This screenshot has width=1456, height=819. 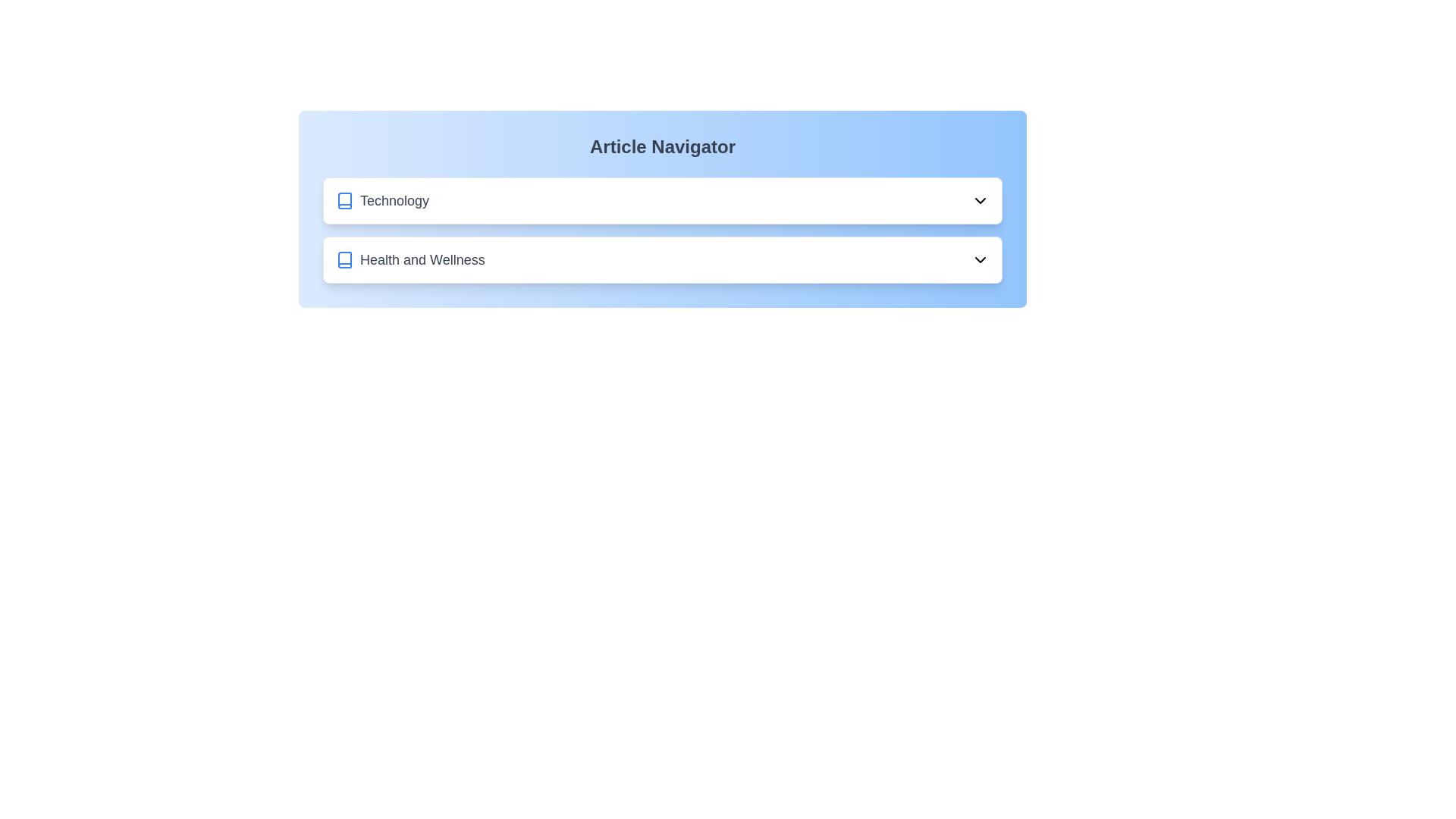 What do you see at coordinates (980, 200) in the screenshot?
I see `the chevron-down icon, which is a black triangular outline located at the far right of the 'Technology' section in the 'Article Navigator' interface` at bounding box center [980, 200].